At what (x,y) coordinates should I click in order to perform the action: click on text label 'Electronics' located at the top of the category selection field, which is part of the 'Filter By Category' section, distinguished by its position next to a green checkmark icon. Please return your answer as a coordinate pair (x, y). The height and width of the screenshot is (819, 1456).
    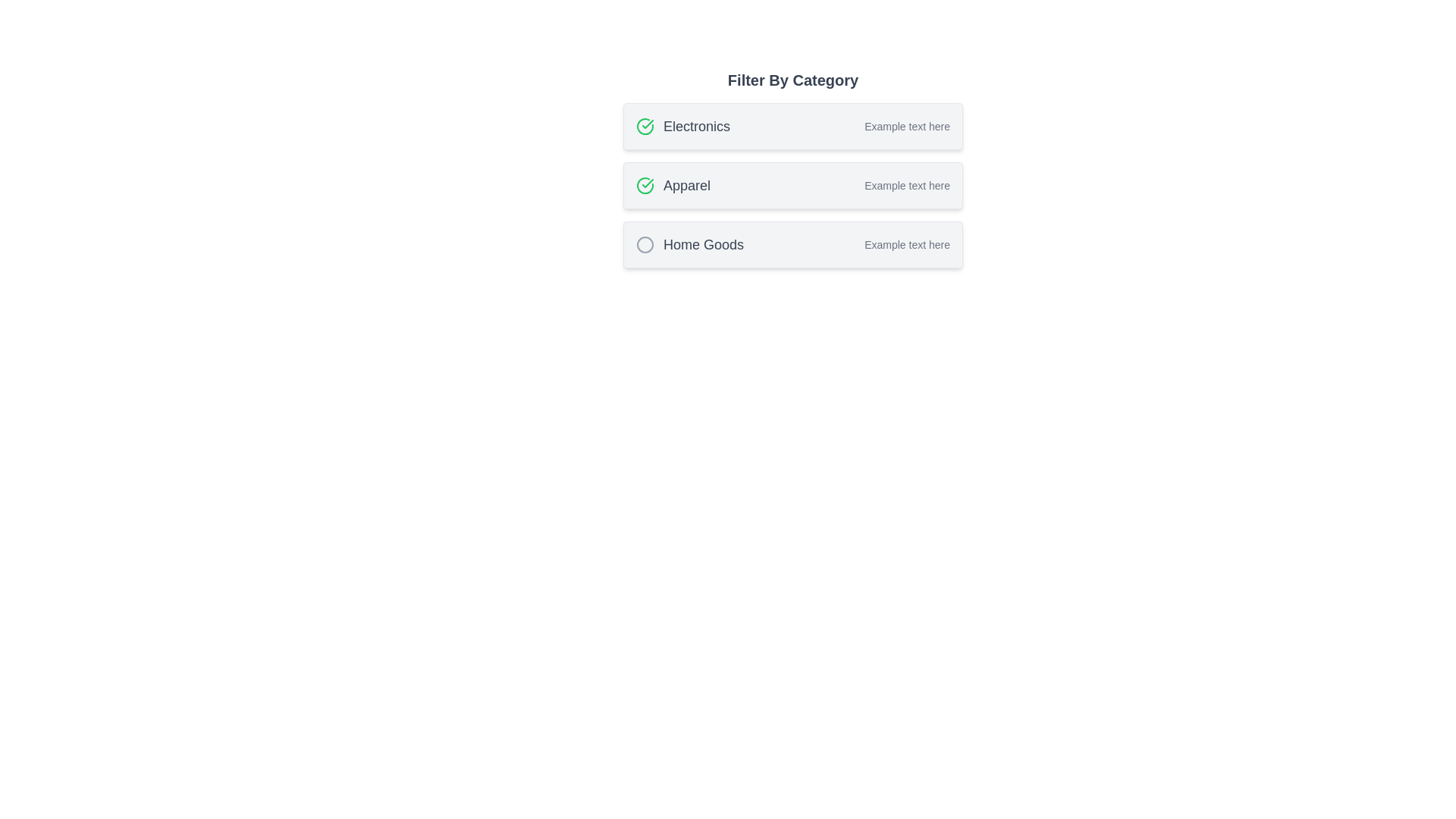
    Looking at the image, I should click on (682, 125).